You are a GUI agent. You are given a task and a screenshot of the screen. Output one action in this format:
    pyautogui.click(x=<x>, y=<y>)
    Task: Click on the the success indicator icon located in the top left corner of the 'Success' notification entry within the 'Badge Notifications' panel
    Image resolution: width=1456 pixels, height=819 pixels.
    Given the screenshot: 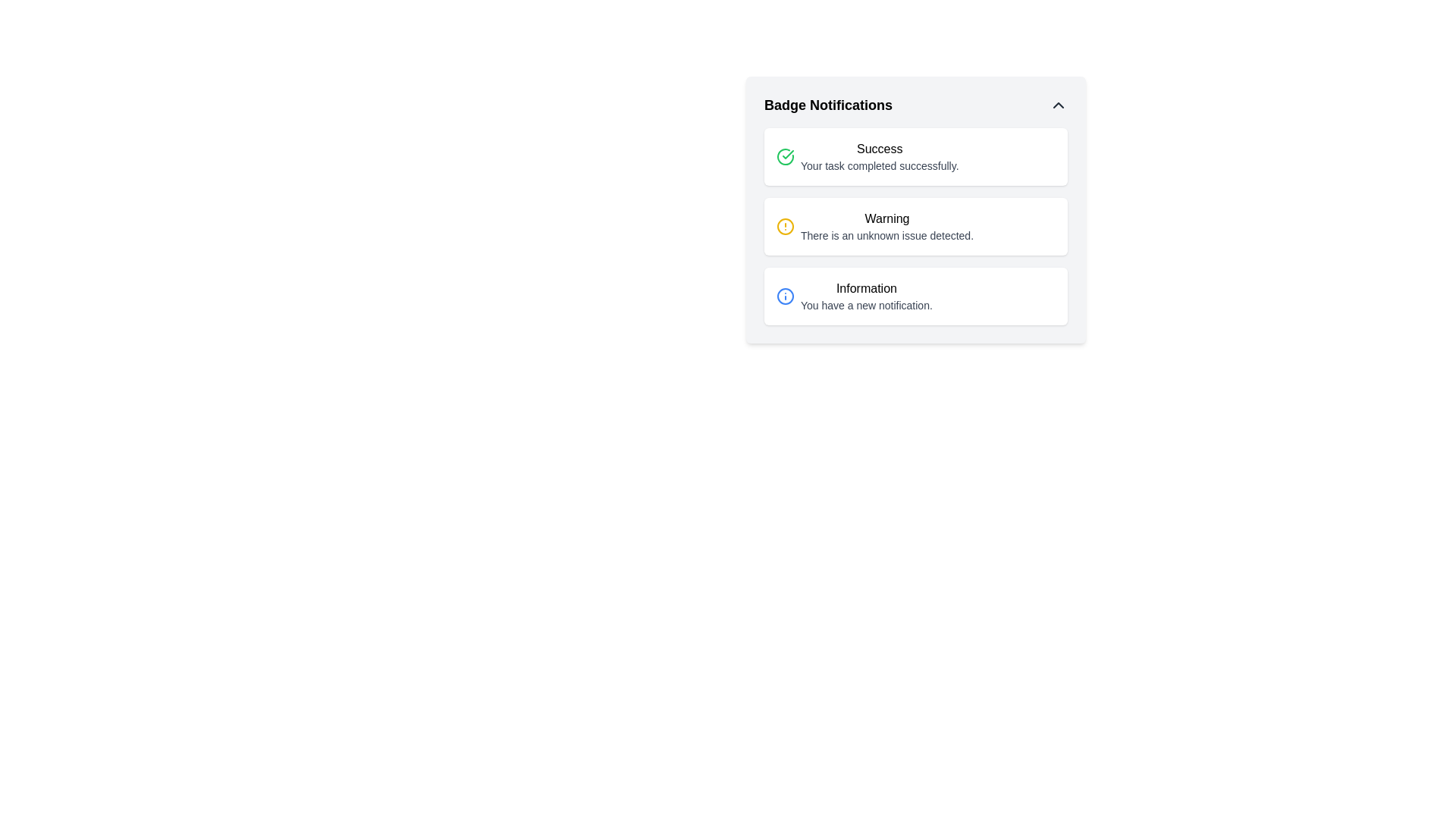 What is the action you would take?
    pyautogui.click(x=786, y=157)
    